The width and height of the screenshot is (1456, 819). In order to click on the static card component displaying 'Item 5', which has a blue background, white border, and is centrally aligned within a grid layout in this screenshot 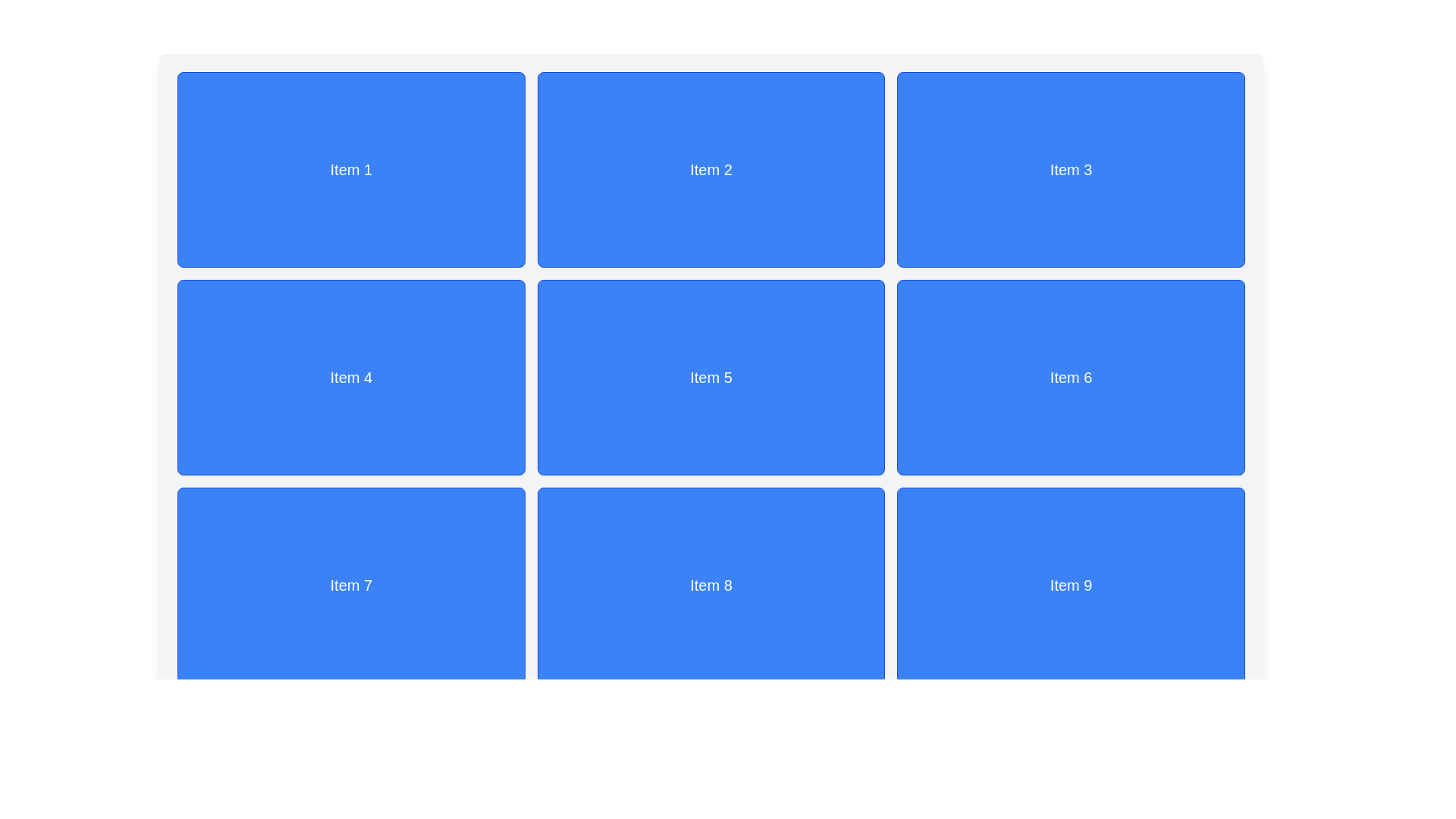, I will do `click(710, 376)`.